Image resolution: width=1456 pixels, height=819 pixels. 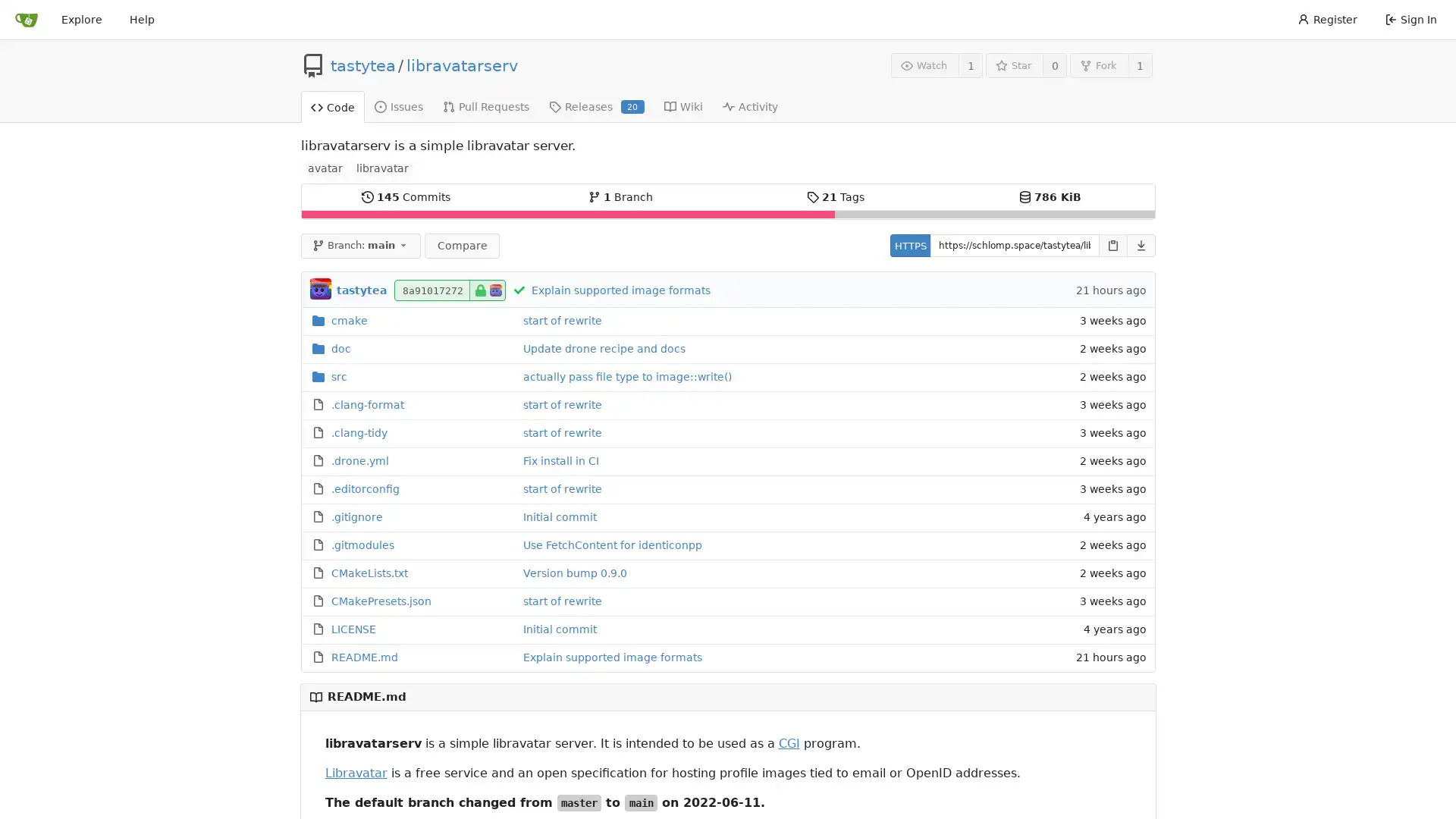 What do you see at coordinates (909, 245) in the screenshot?
I see `HTTPS` at bounding box center [909, 245].